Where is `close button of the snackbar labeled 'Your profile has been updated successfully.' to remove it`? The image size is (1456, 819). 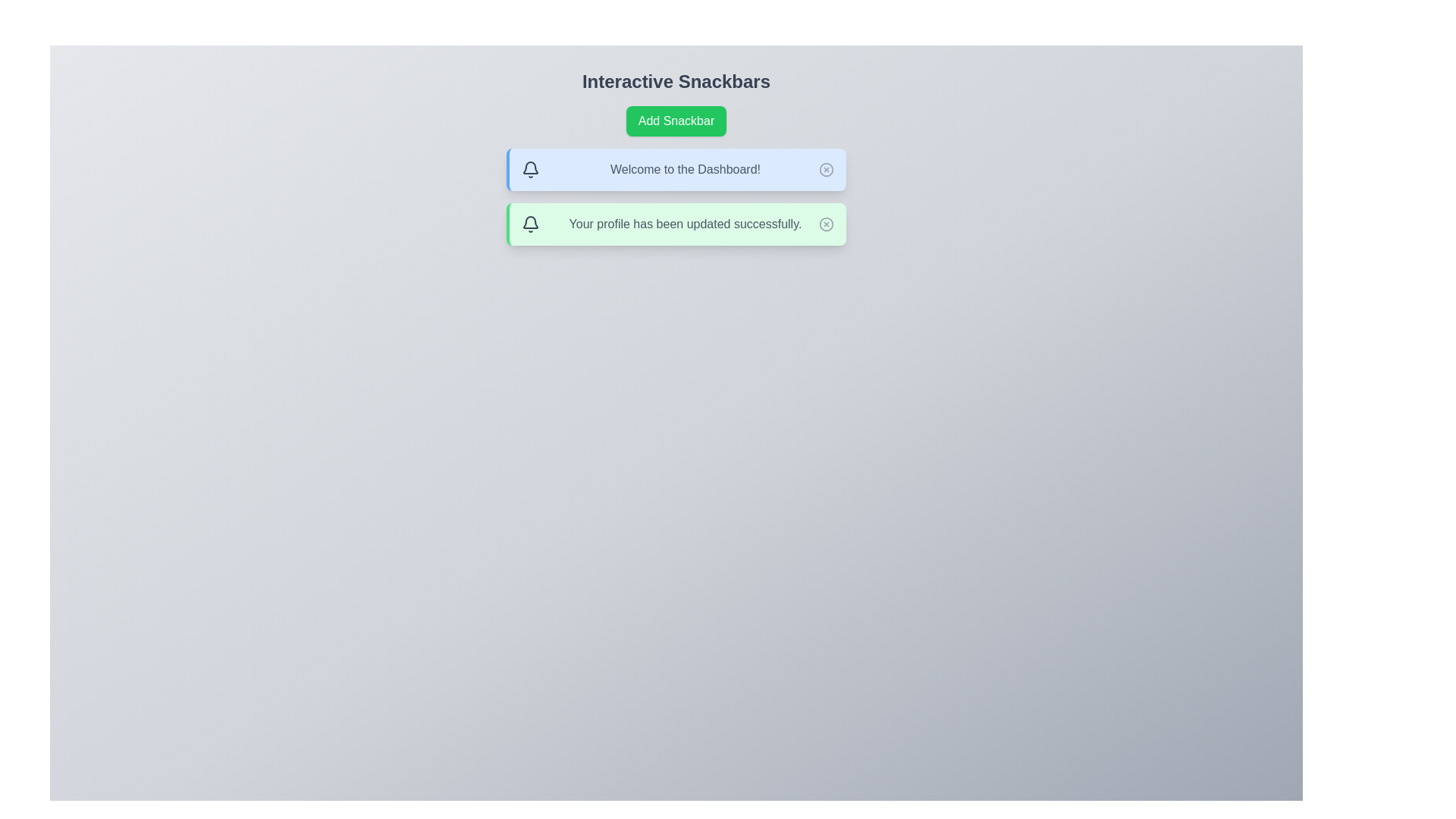
close button of the snackbar labeled 'Your profile has been updated successfully.' to remove it is located at coordinates (825, 224).